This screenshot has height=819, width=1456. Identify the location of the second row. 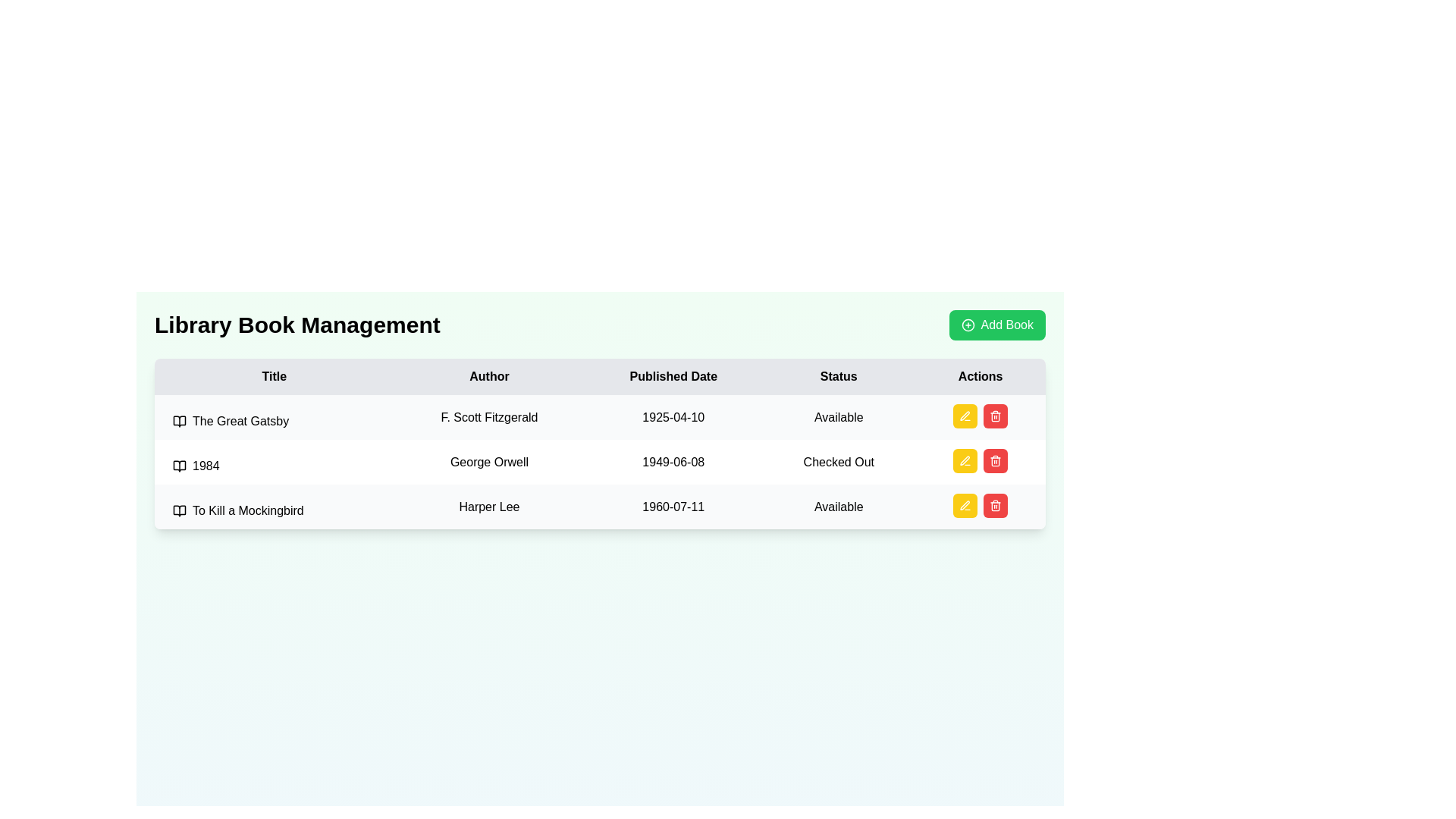
(599, 461).